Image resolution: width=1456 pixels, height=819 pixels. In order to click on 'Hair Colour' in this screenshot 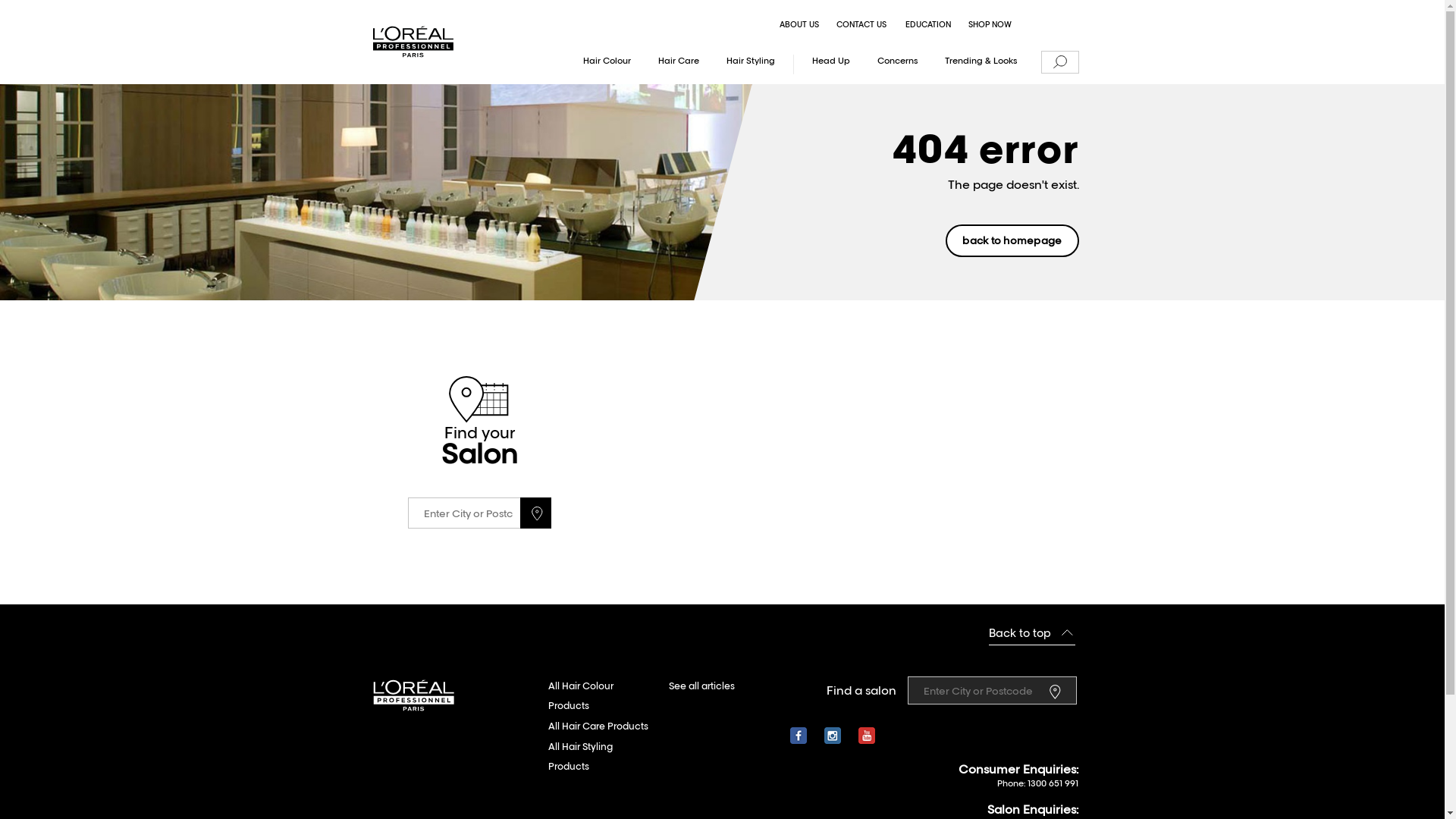, I will do `click(570, 63)`.